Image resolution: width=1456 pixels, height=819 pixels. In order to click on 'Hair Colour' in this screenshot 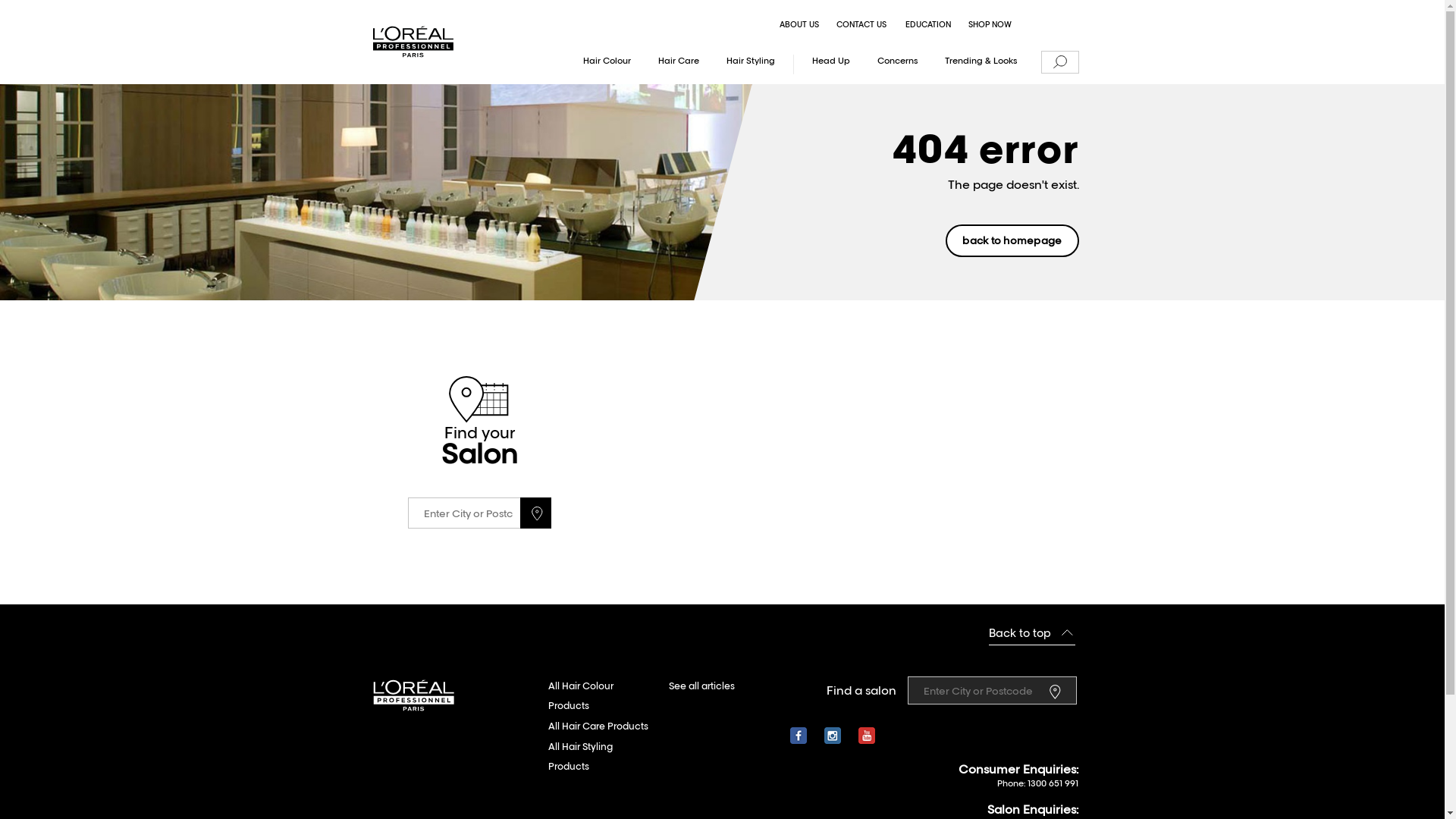, I will do `click(570, 63)`.